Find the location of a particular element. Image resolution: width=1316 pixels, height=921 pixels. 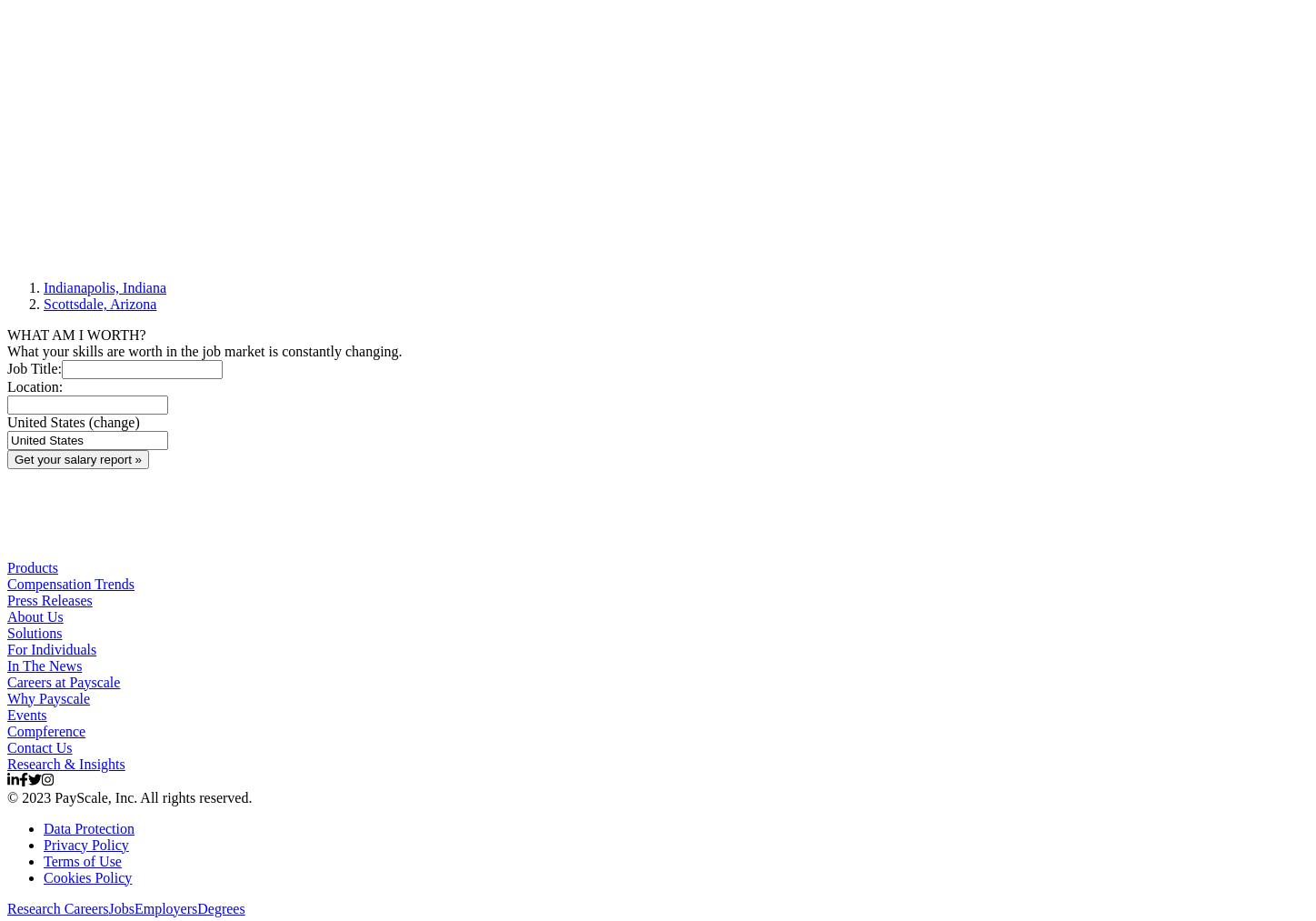

'Contact Us' is located at coordinates (39, 746).